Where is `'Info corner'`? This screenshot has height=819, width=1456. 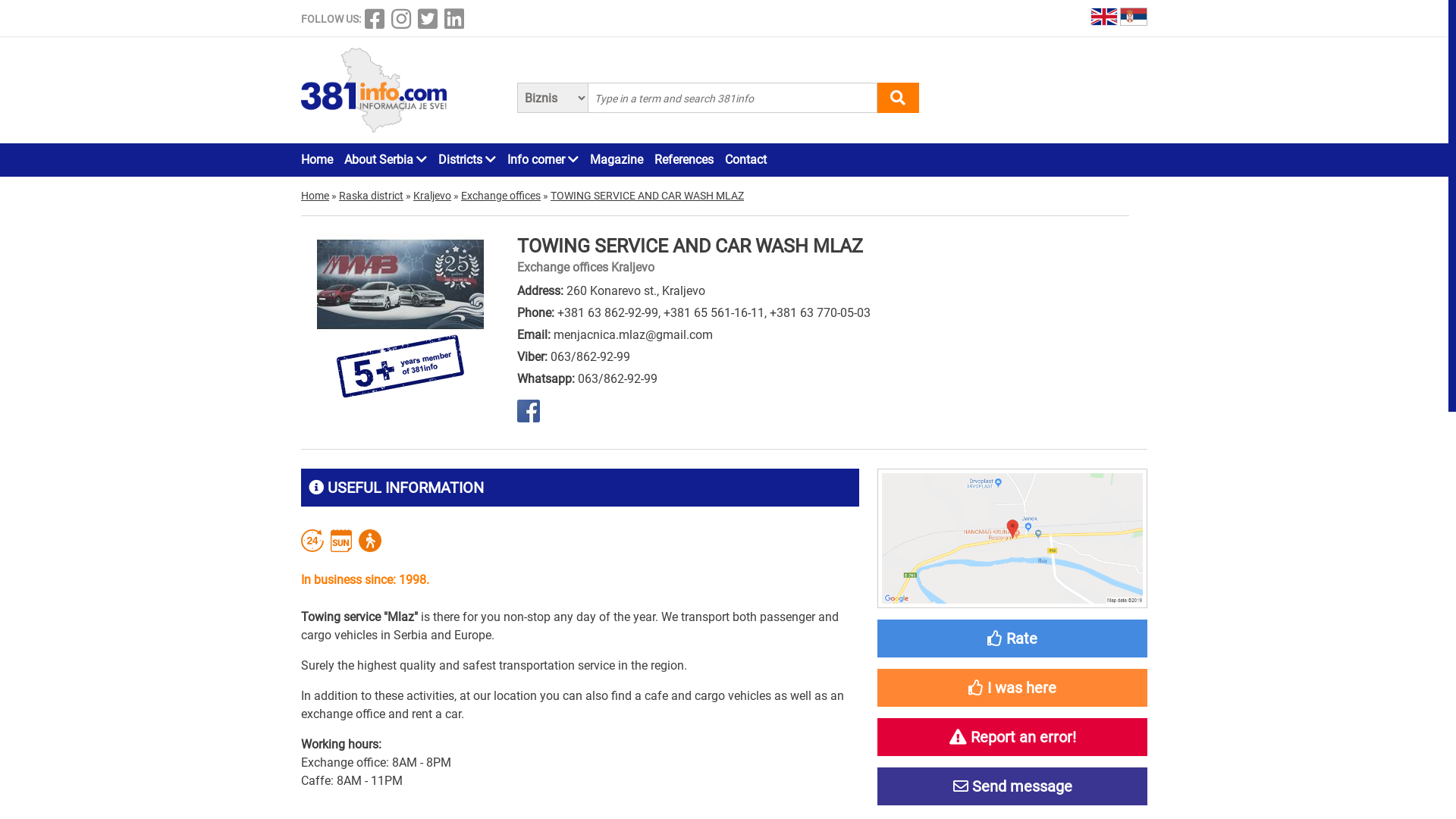
'Info corner' is located at coordinates (542, 160).